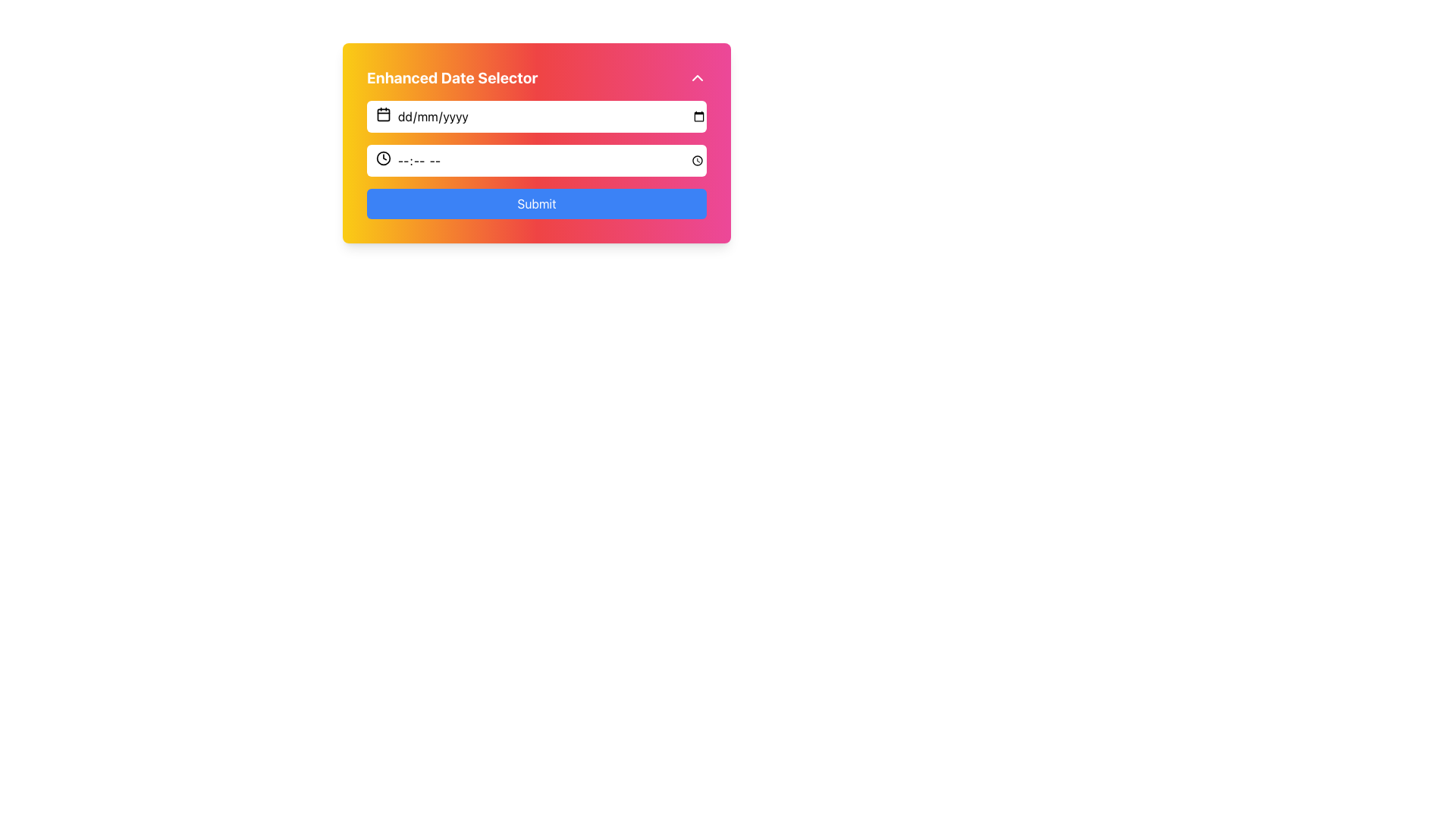  What do you see at coordinates (451, 78) in the screenshot?
I see `the Text Label that serves as the title for the date selector component, positioned at the top left of the gradient header` at bounding box center [451, 78].